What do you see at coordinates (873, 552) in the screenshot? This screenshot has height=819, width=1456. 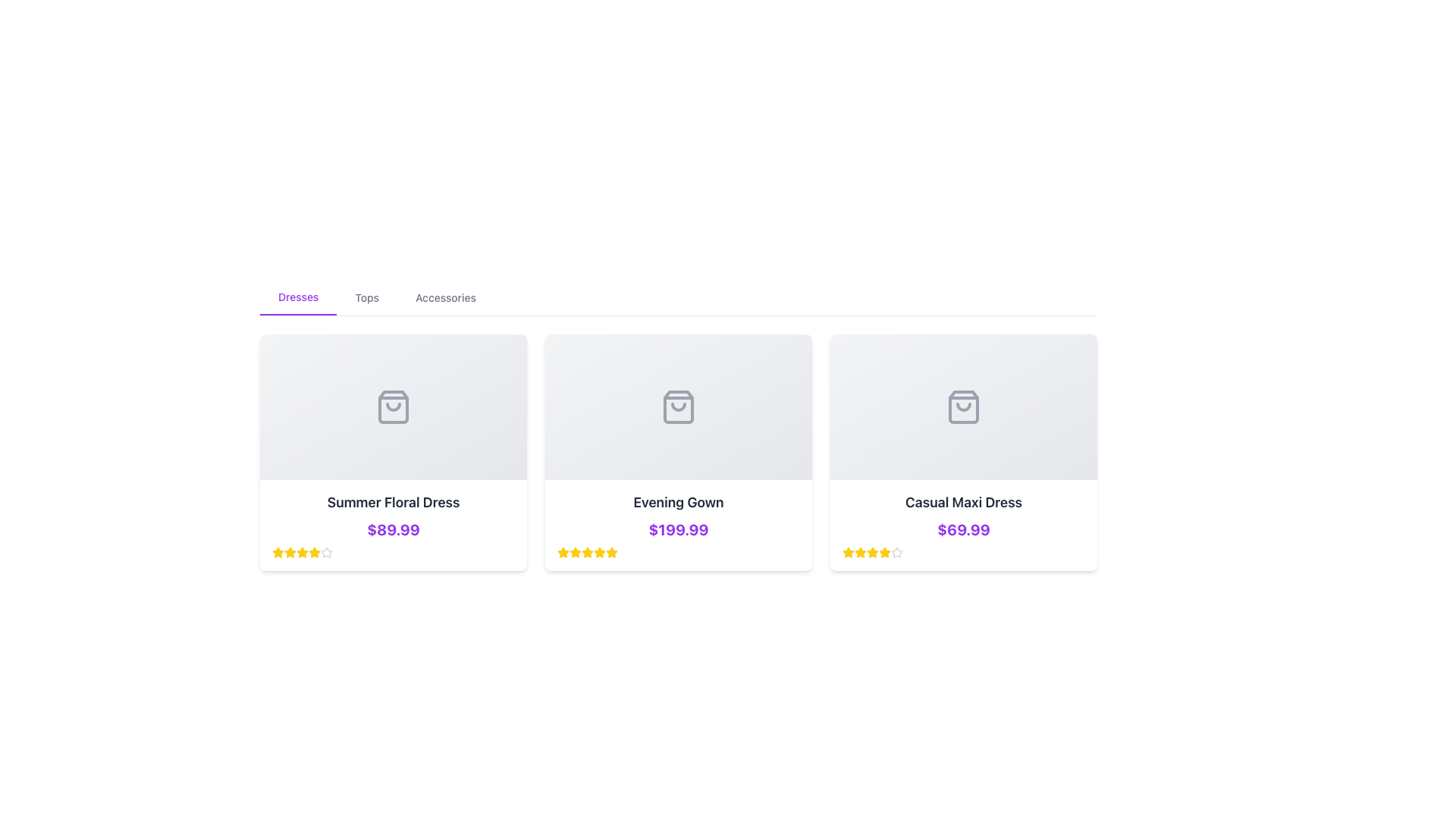 I see `the third star icon in the rating component located under the 'Casual Maxi Dress' card, which is represented by a yellow star shape` at bounding box center [873, 552].